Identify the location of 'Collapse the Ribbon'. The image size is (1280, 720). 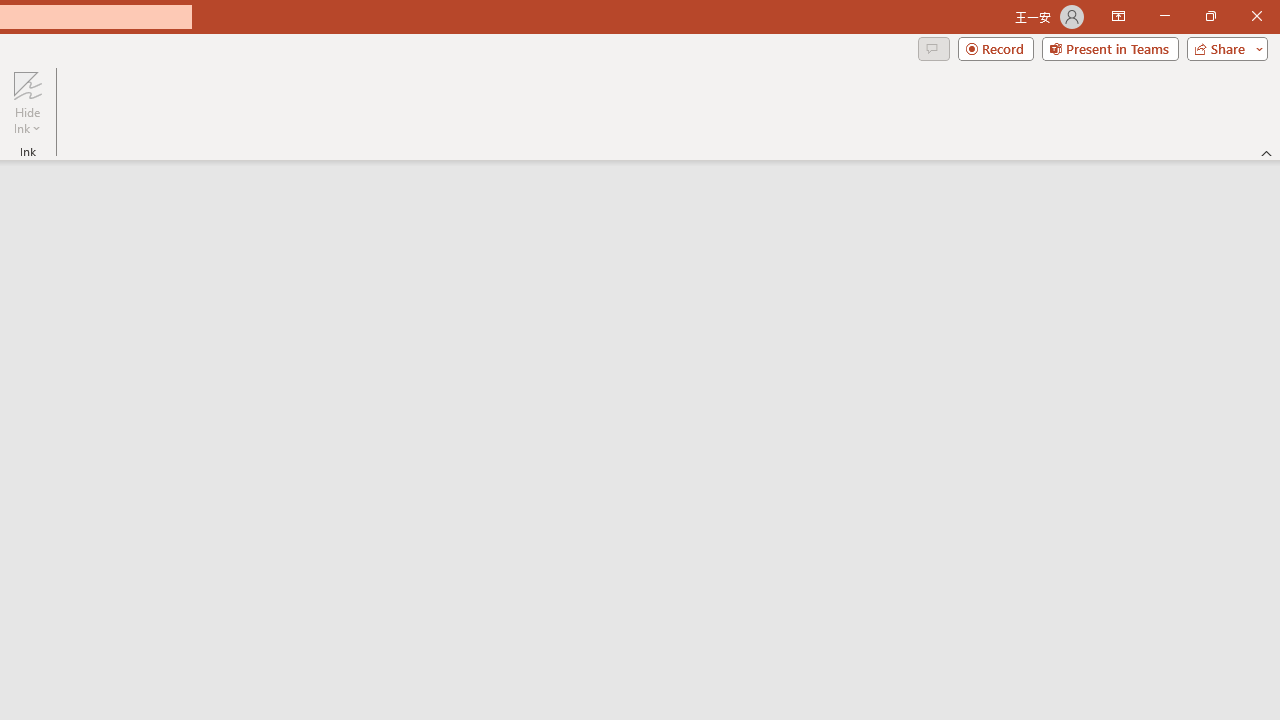
(1266, 152).